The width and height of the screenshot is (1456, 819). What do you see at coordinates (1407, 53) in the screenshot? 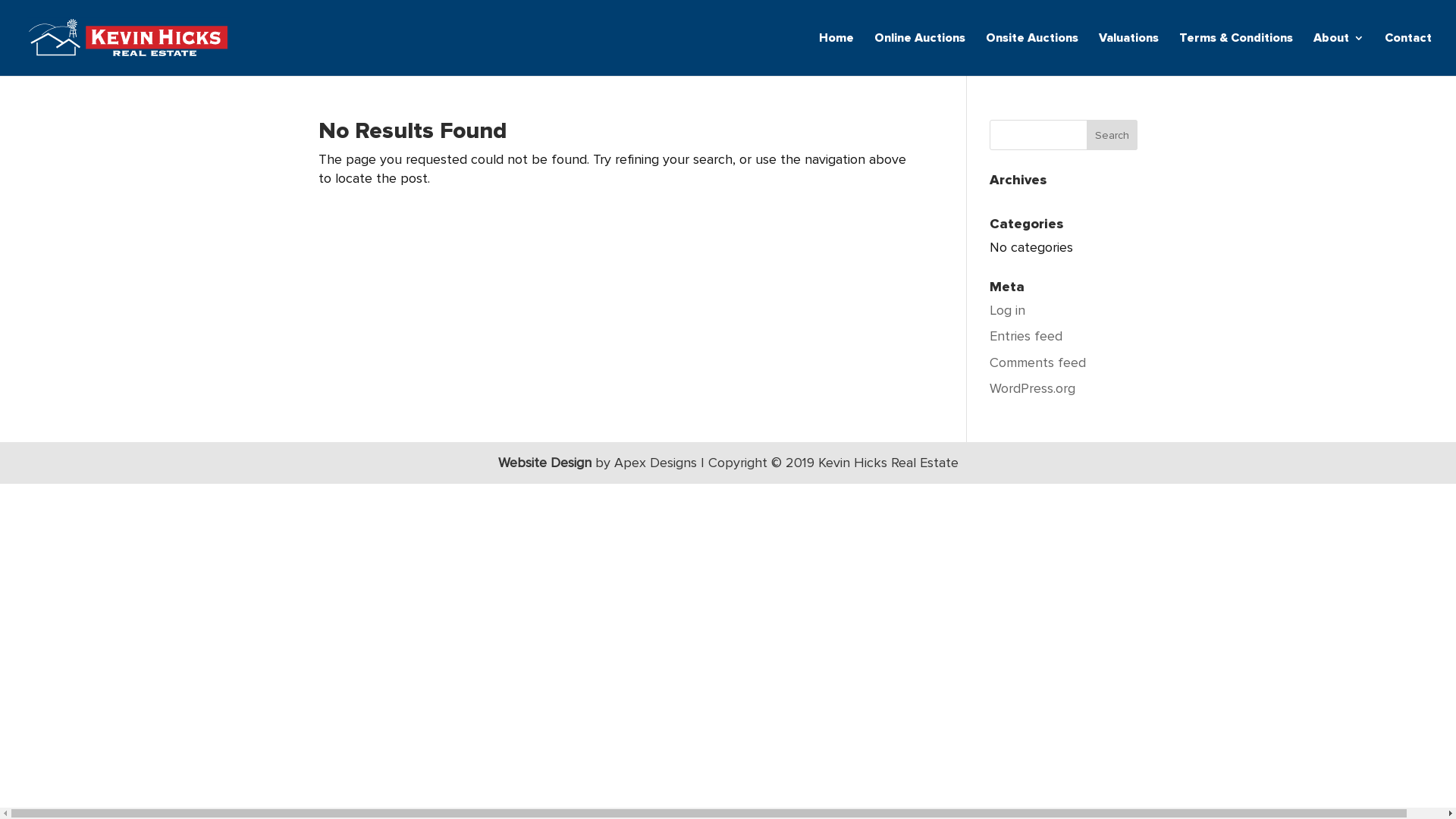
I see `'Contact'` at bounding box center [1407, 53].